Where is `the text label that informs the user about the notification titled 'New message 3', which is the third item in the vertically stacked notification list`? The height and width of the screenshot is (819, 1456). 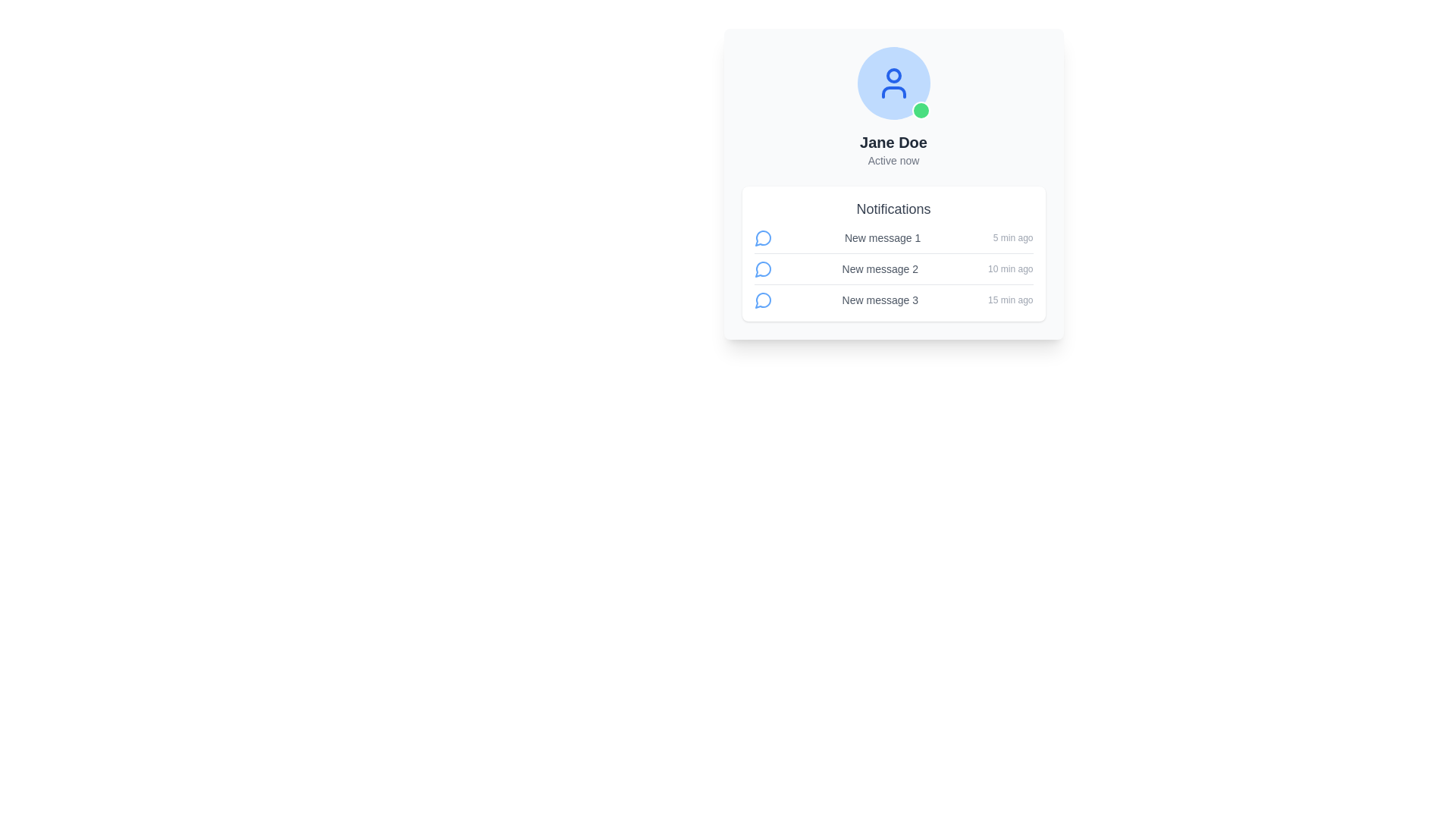 the text label that informs the user about the notification titled 'New message 3', which is the third item in the vertically stacked notification list is located at coordinates (880, 300).